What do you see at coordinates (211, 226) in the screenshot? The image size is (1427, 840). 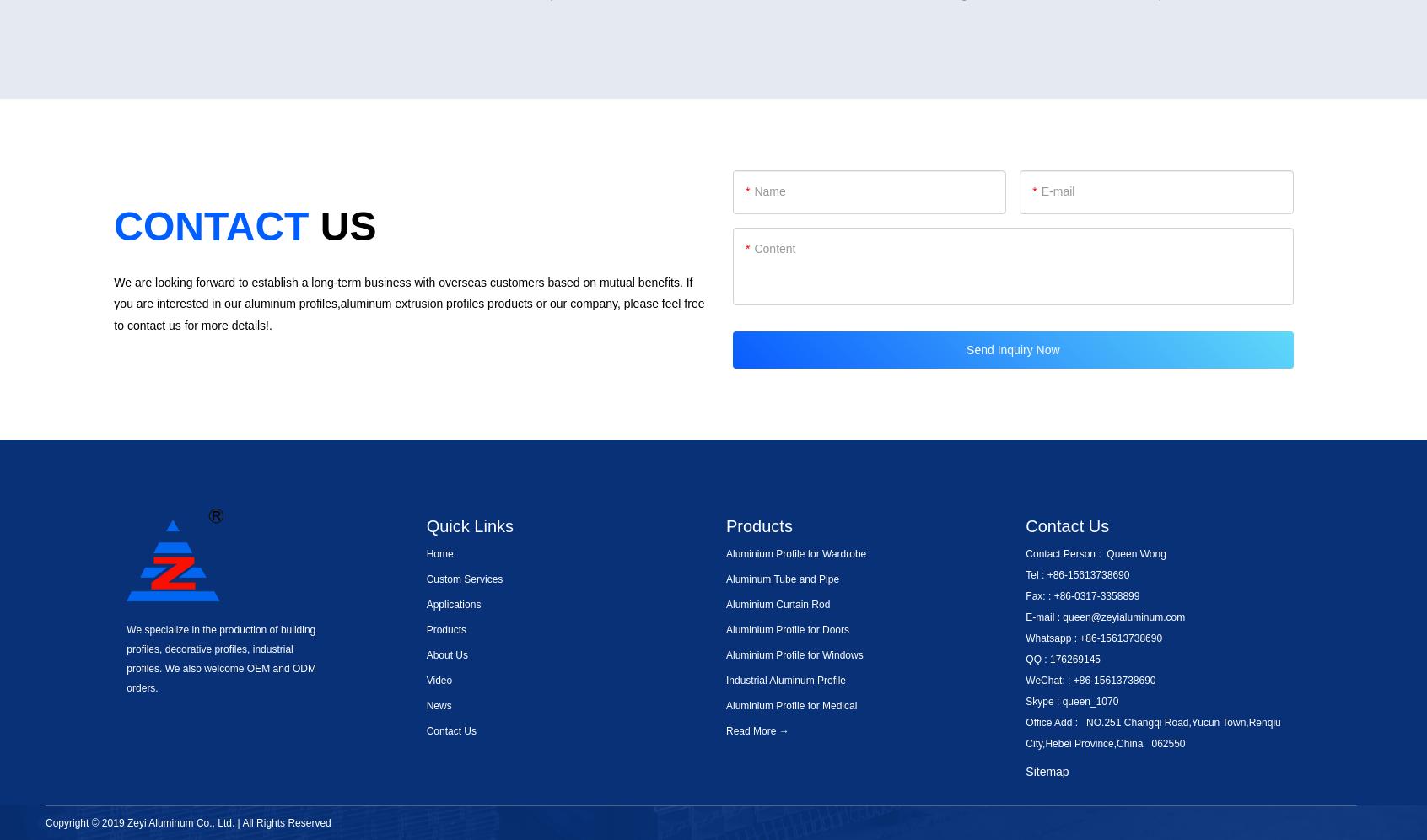 I see `'CONTACT'` at bounding box center [211, 226].